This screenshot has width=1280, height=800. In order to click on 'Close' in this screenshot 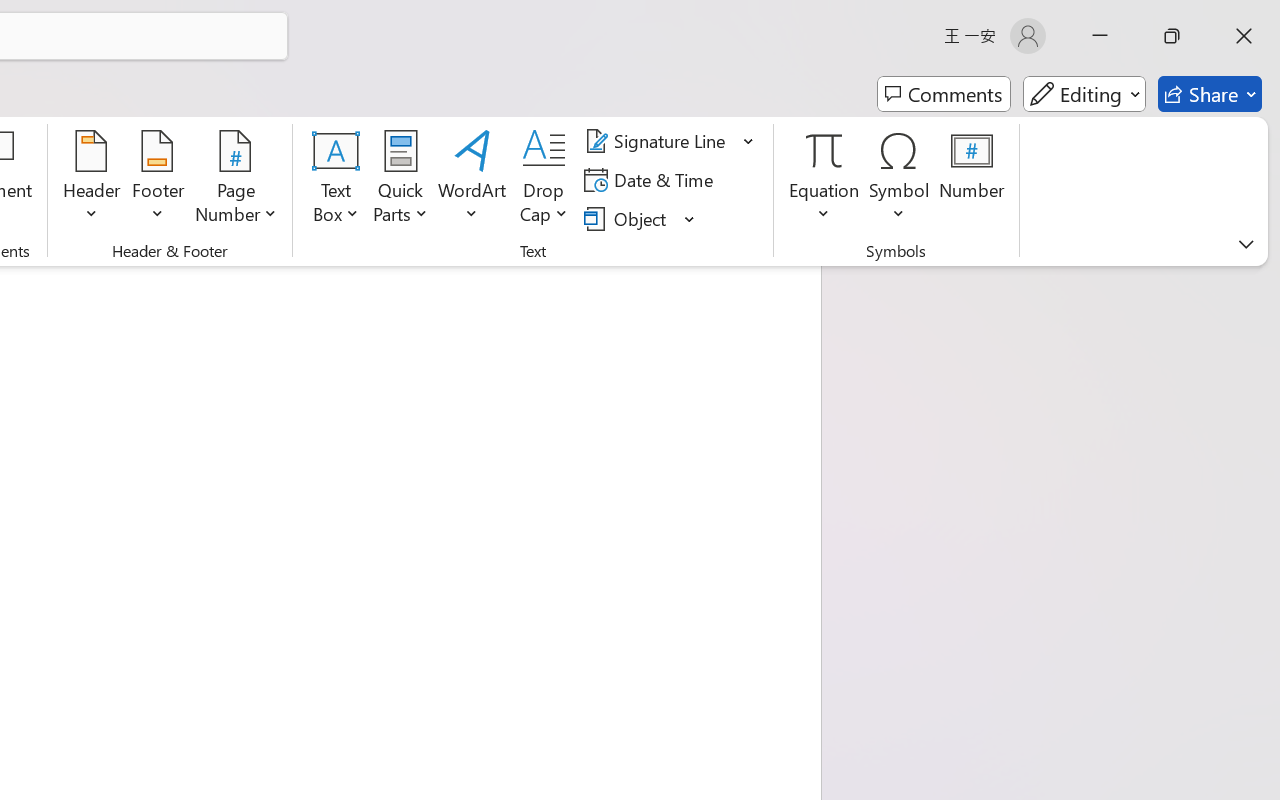, I will do `click(1243, 35)`.